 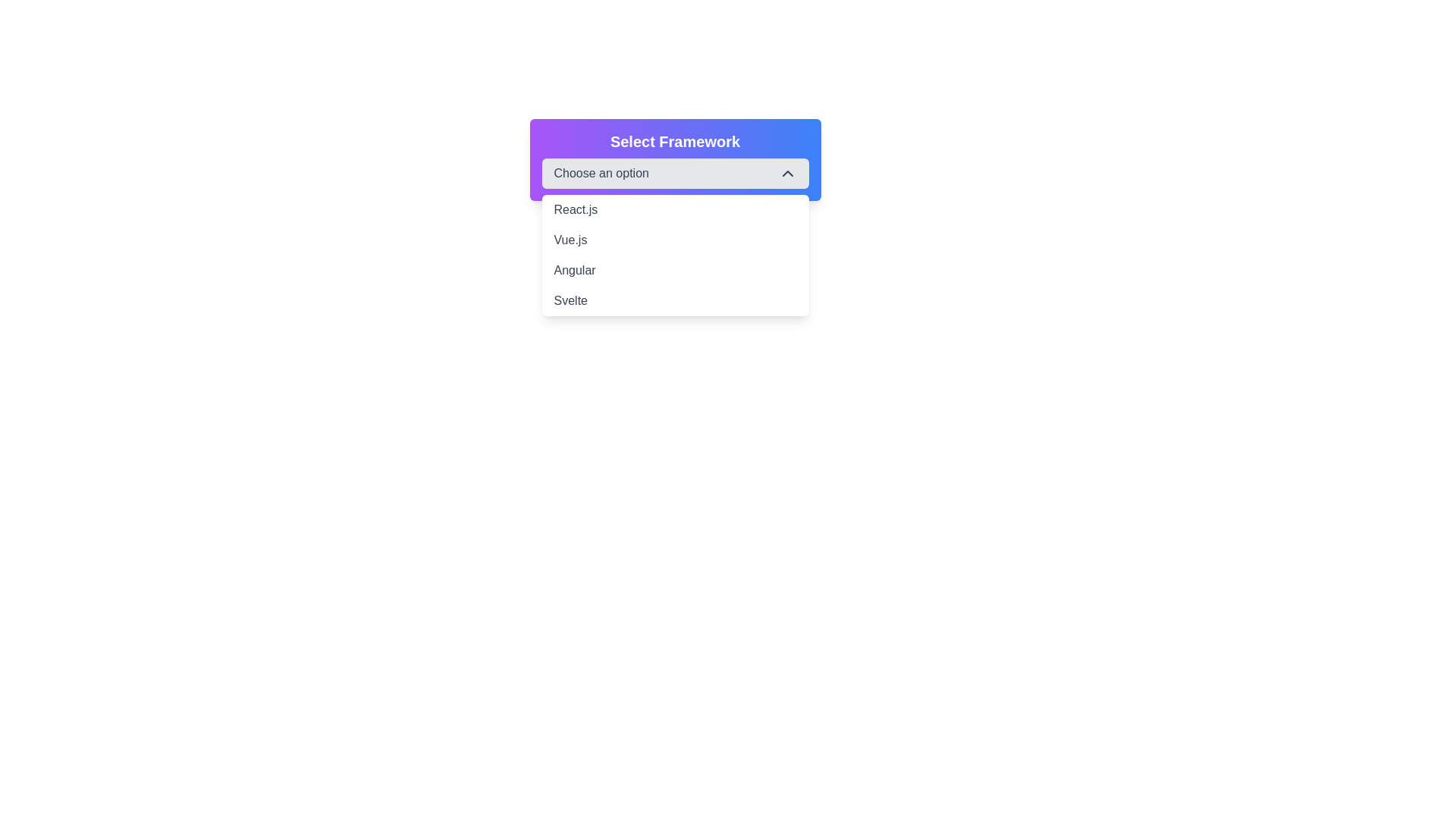 I want to click on the upward-pointing chevron icon located at the right edge of the dropdown area titled 'Choose an option' to receive feedback, so click(x=787, y=172).